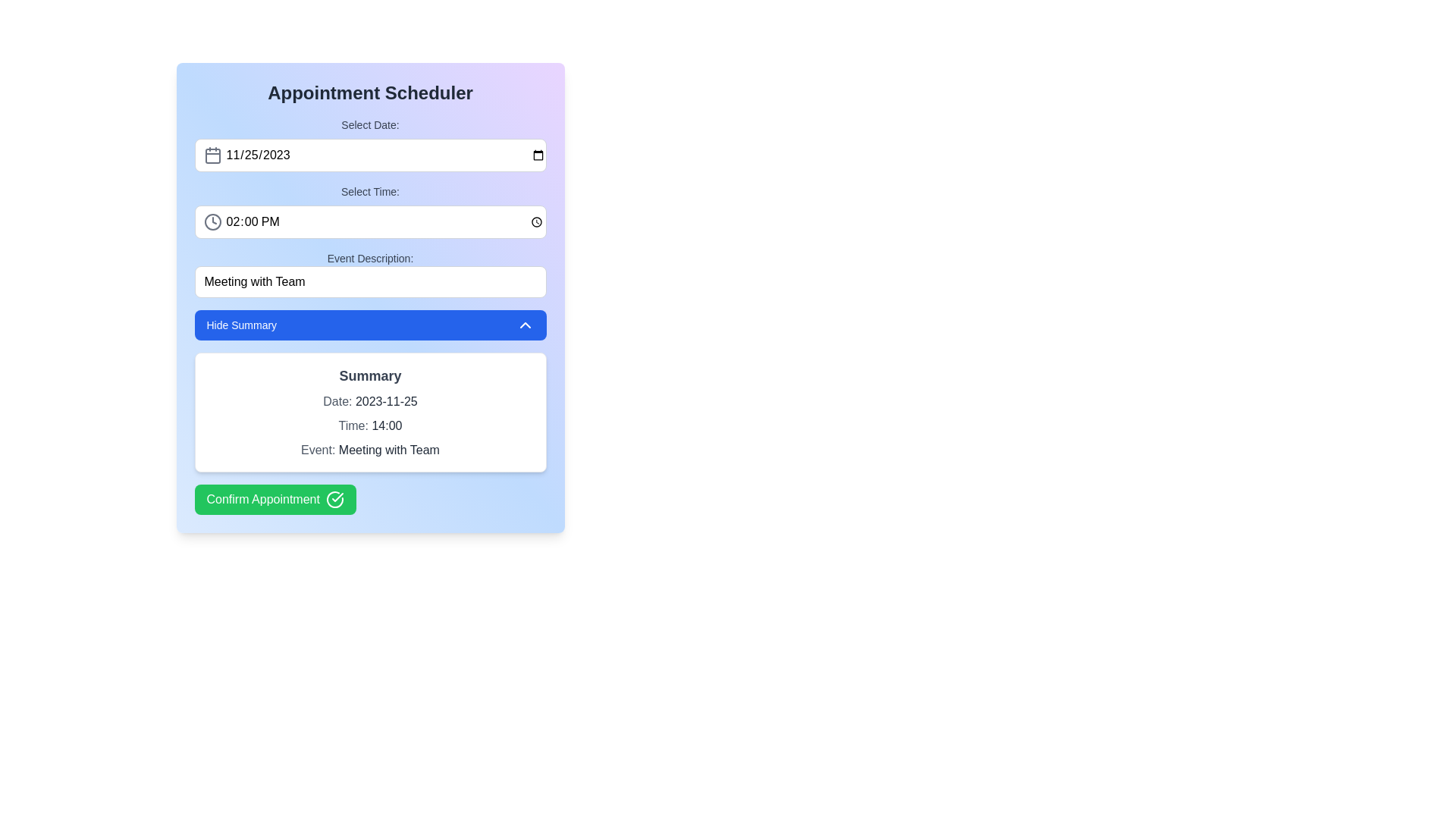 The height and width of the screenshot is (819, 1456). Describe the element at coordinates (370, 145) in the screenshot. I see `the label displaying the text 'Select Date:', which is located above the date-picker input field in the form` at that location.